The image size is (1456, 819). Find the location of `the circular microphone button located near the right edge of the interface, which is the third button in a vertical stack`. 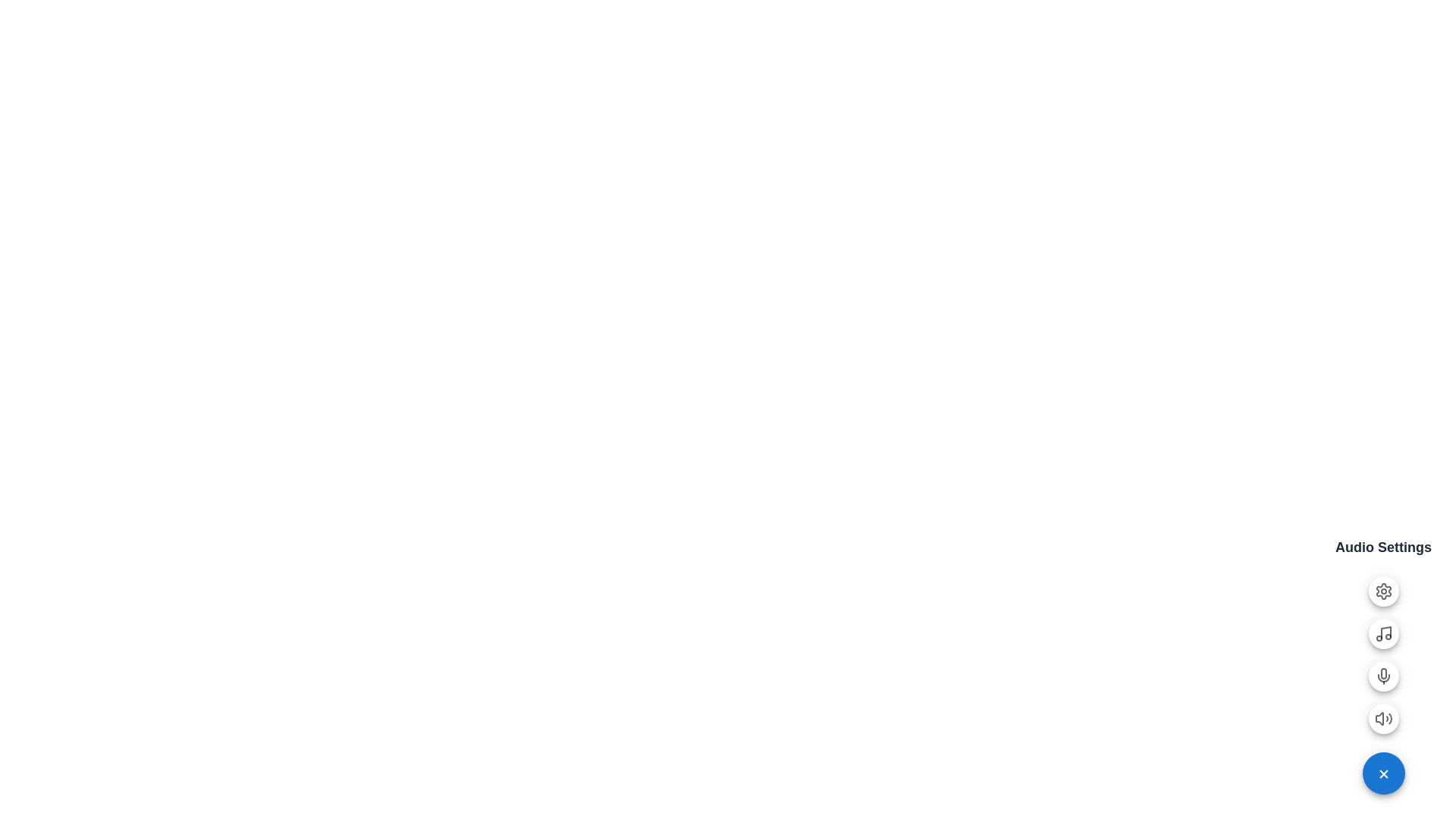

the circular microphone button located near the right edge of the interface, which is the third button in a vertical stack is located at coordinates (1383, 675).